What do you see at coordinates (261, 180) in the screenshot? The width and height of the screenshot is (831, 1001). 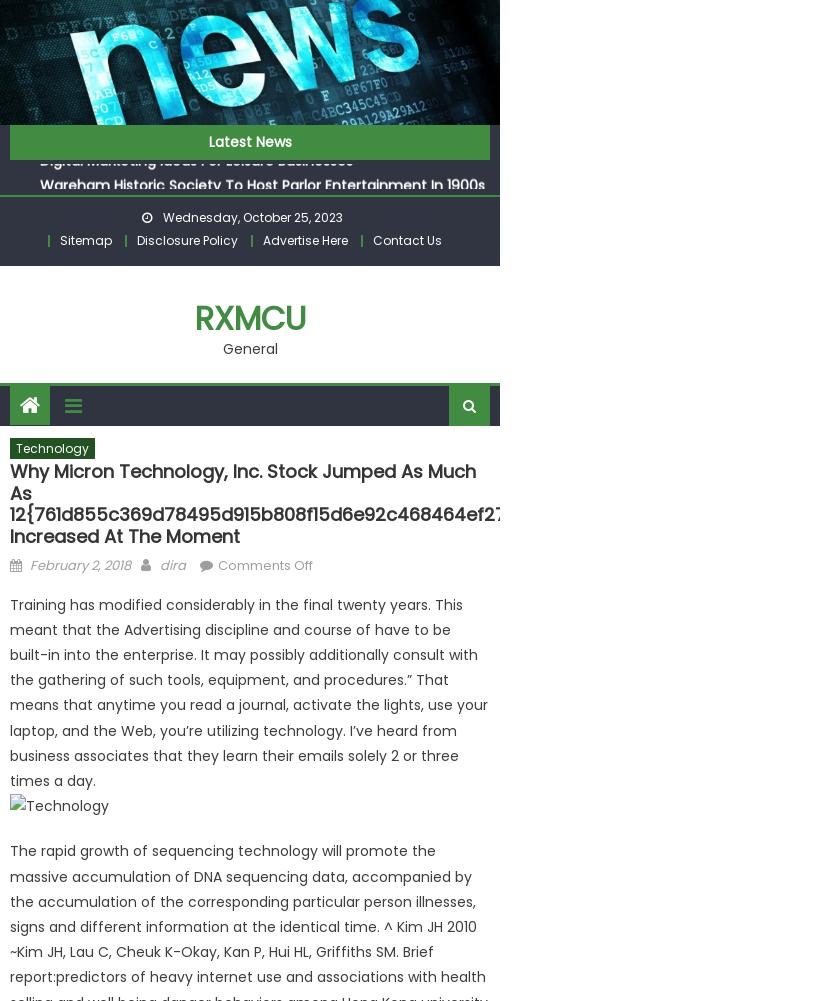 I see `'Wareham Historic Society To Host Parlor Entertainment In 1900s'` at bounding box center [261, 180].